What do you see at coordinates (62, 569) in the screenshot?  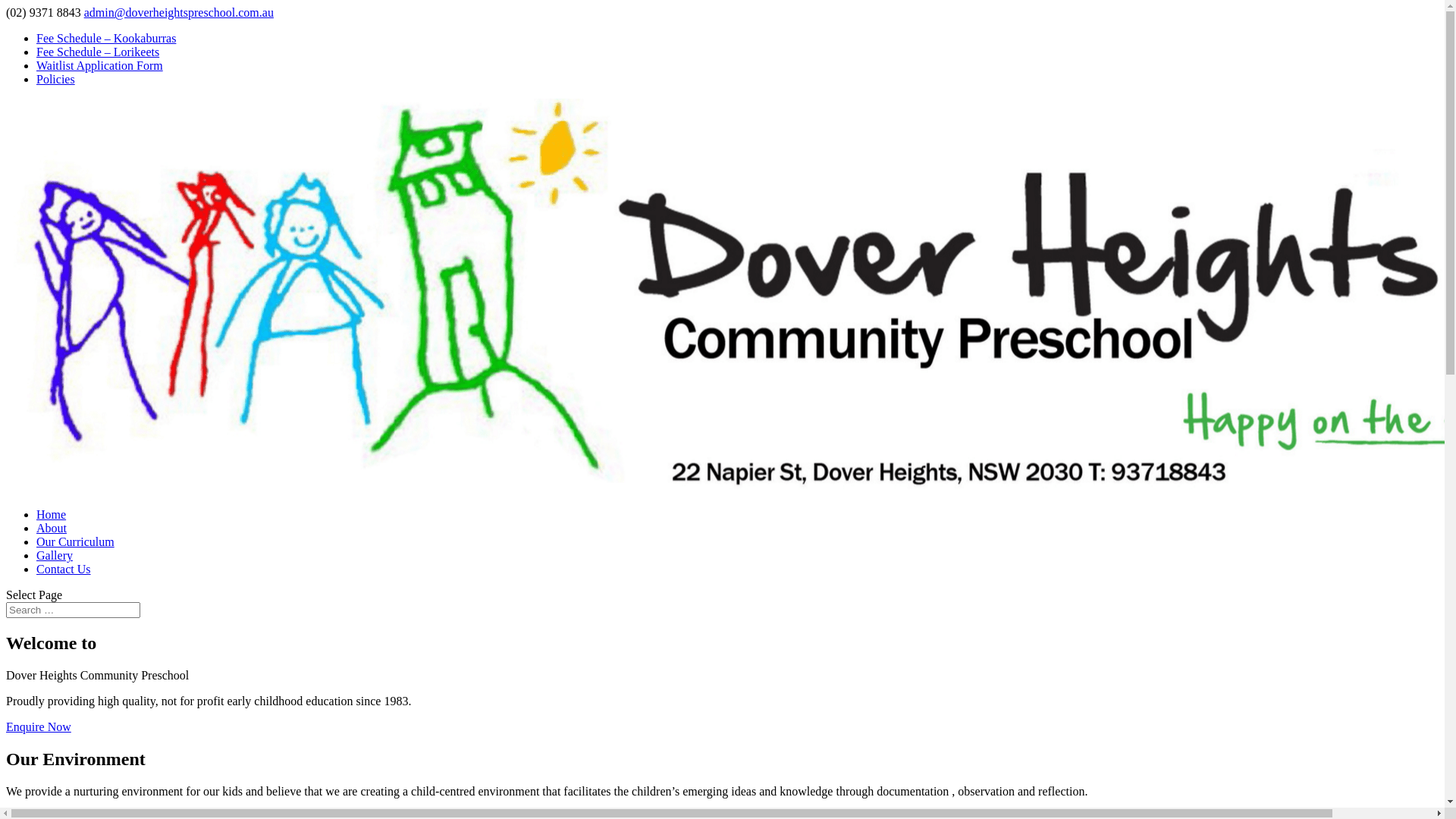 I see `'Contact Us'` at bounding box center [62, 569].